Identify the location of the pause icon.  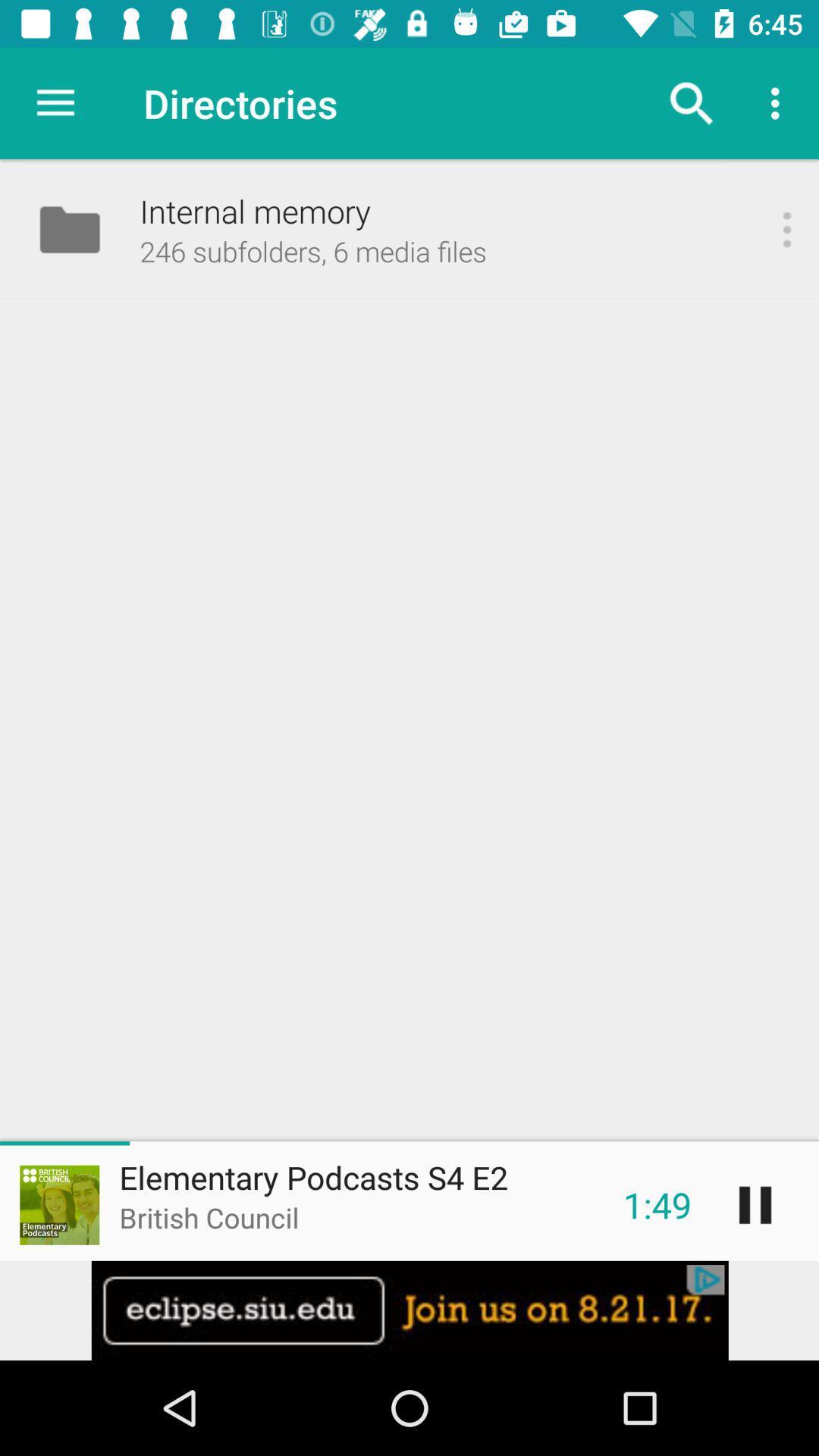
(755, 1204).